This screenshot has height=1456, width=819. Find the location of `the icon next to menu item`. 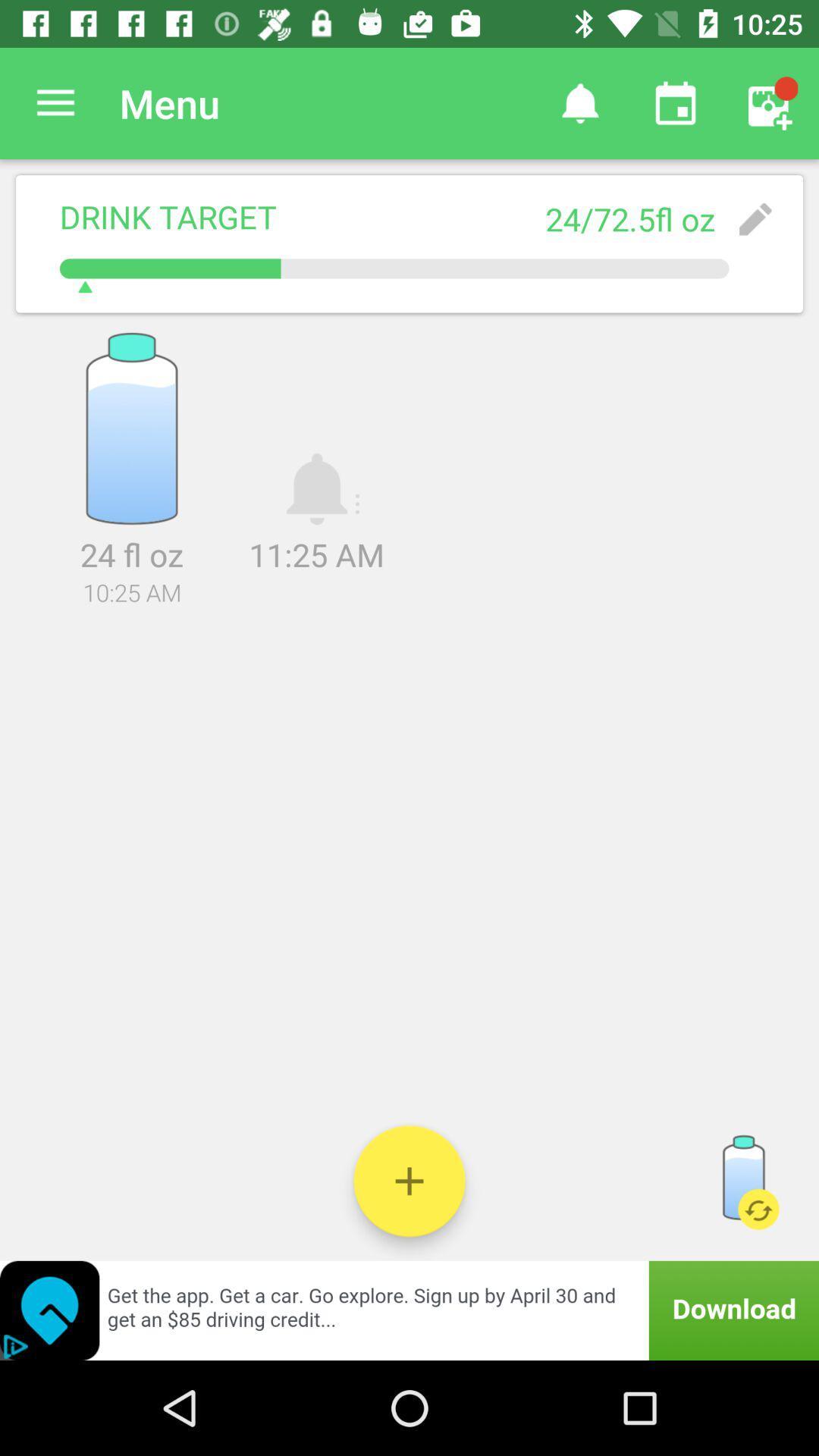

the icon next to menu item is located at coordinates (55, 102).